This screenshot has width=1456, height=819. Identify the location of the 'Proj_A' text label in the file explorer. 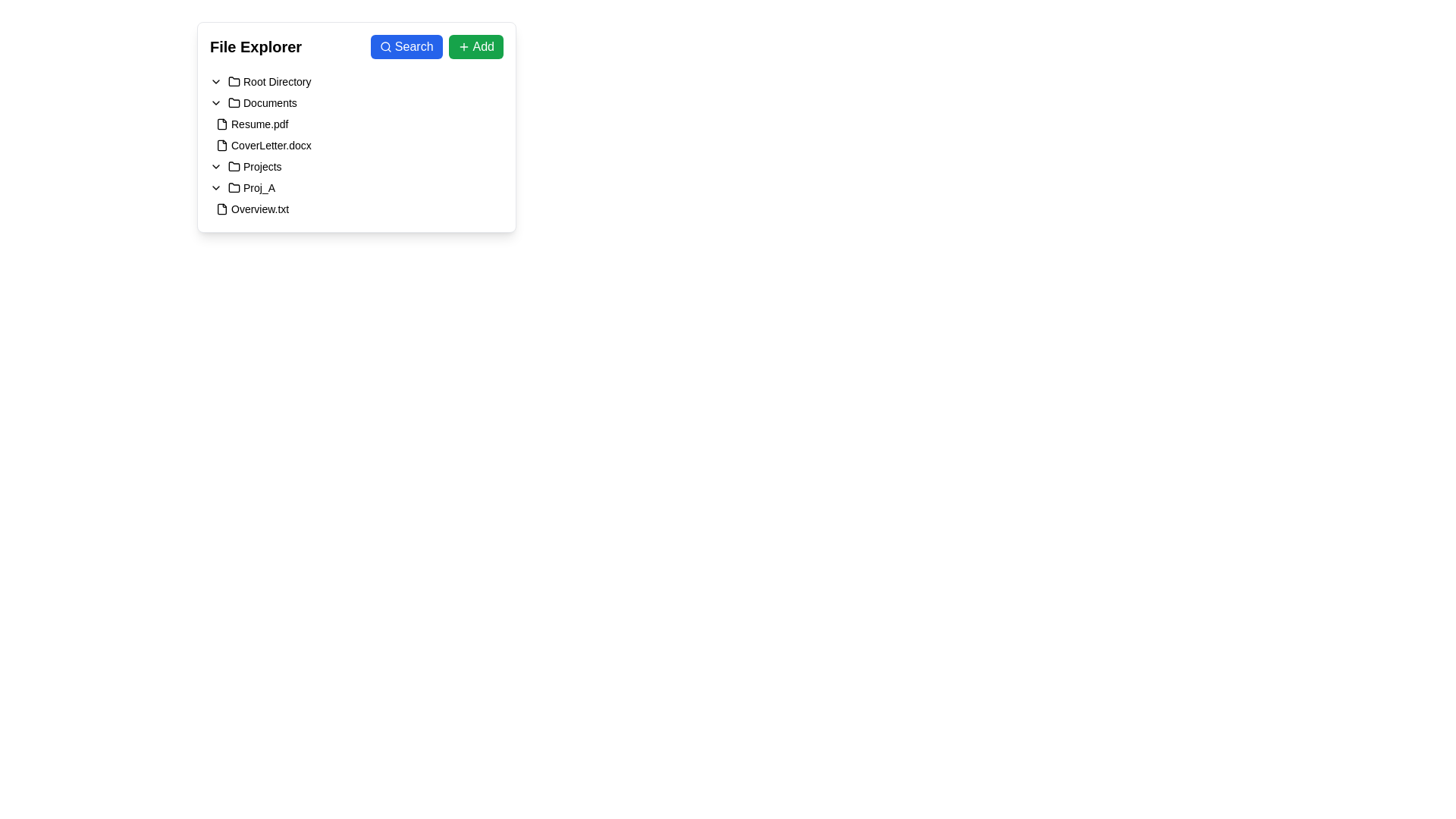
(251, 187).